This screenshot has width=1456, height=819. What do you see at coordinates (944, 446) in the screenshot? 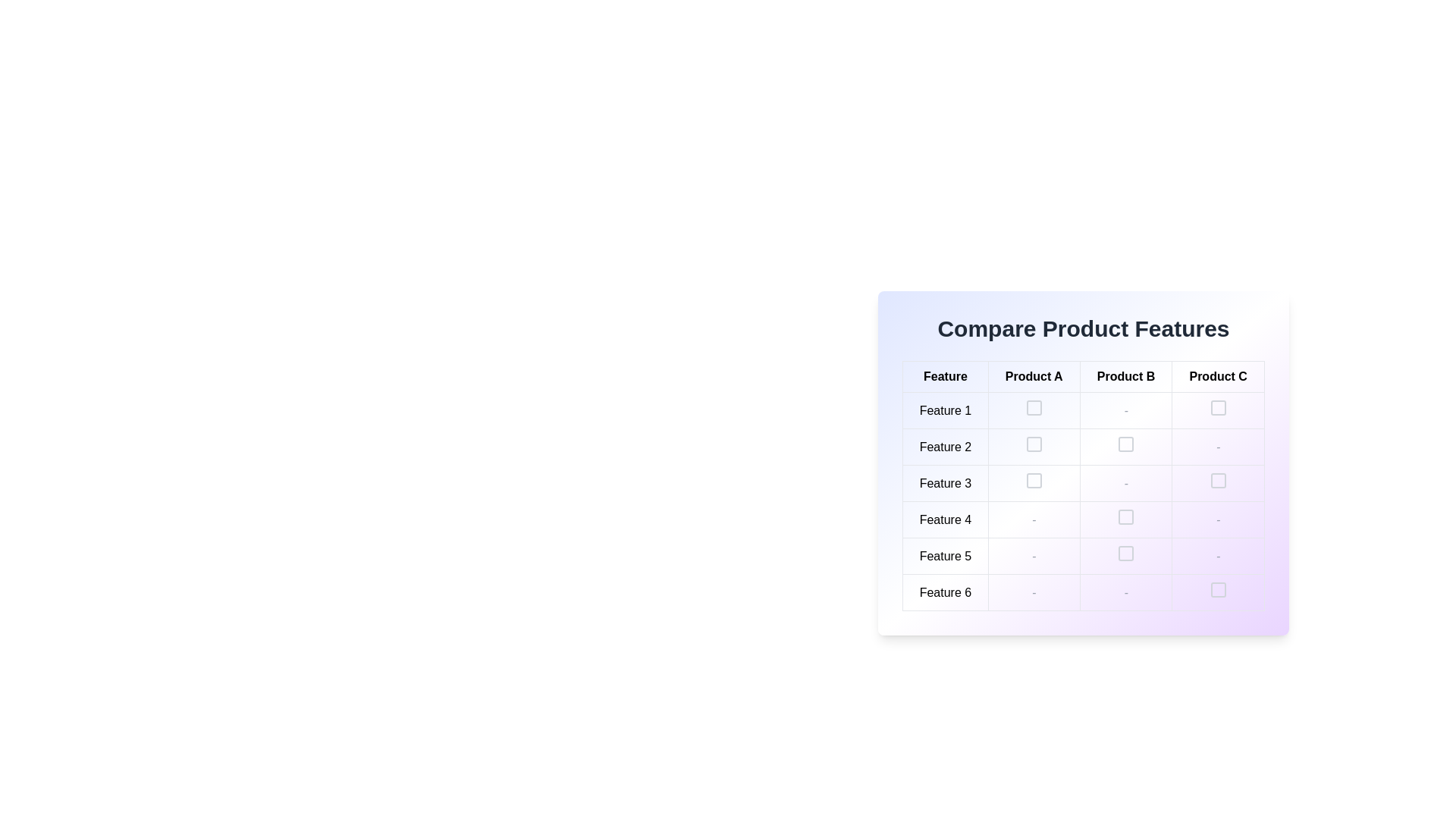
I see `the label identifying the feature being compared in the second row of the table under the 'Feature' column` at bounding box center [944, 446].